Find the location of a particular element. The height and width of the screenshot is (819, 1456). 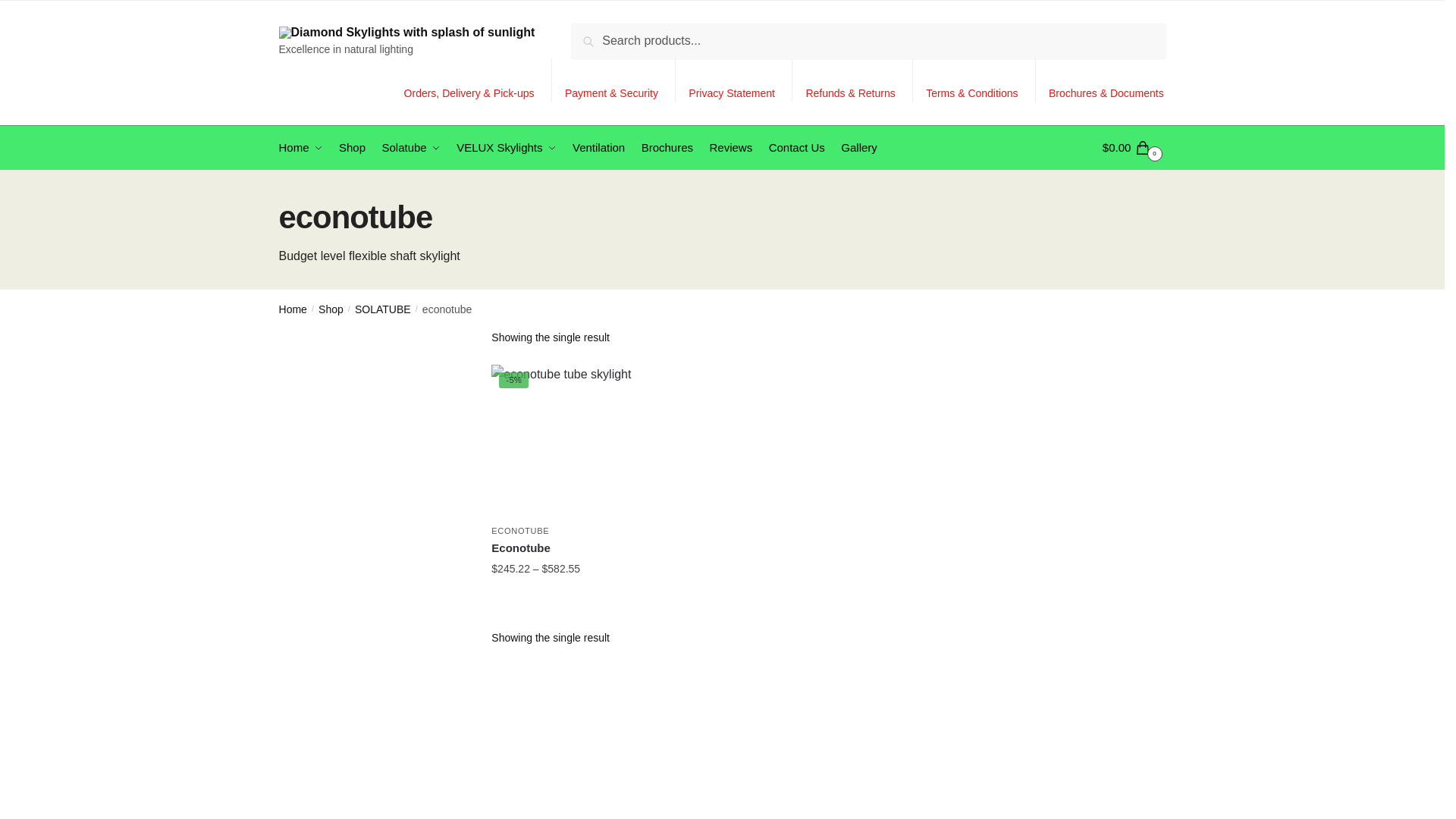

'VELUX Skylights' is located at coordinates (450, 148).